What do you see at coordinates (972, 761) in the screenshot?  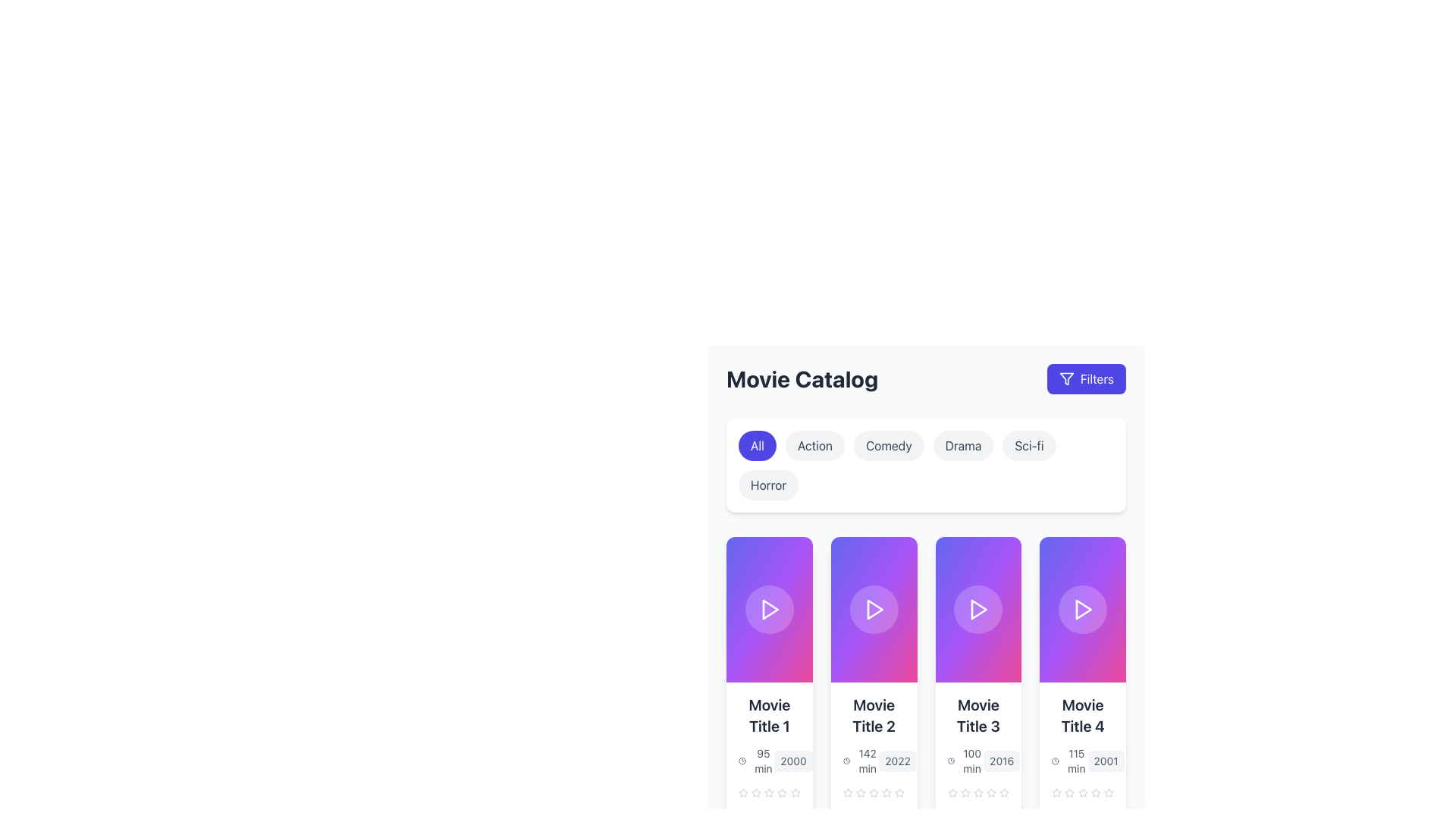 I see `the text label displaying the runtime of the movie in the lower section of the third movie card from the left, located beneath 'Movie Title 3'` at bounding box center [972, 761].